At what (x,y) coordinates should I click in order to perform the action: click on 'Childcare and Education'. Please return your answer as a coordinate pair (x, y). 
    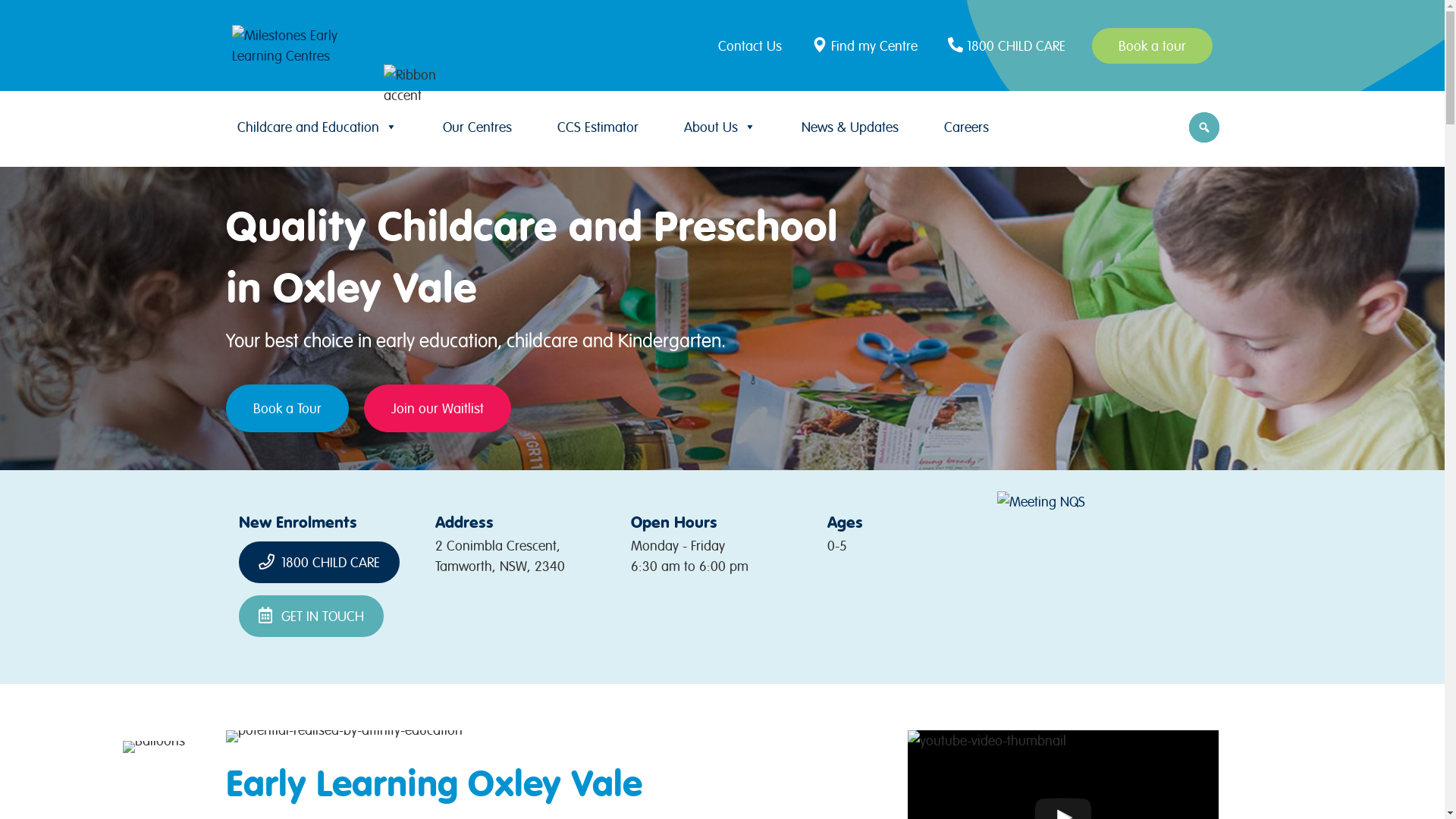
    Looking at the image, I should click on (315, 126).